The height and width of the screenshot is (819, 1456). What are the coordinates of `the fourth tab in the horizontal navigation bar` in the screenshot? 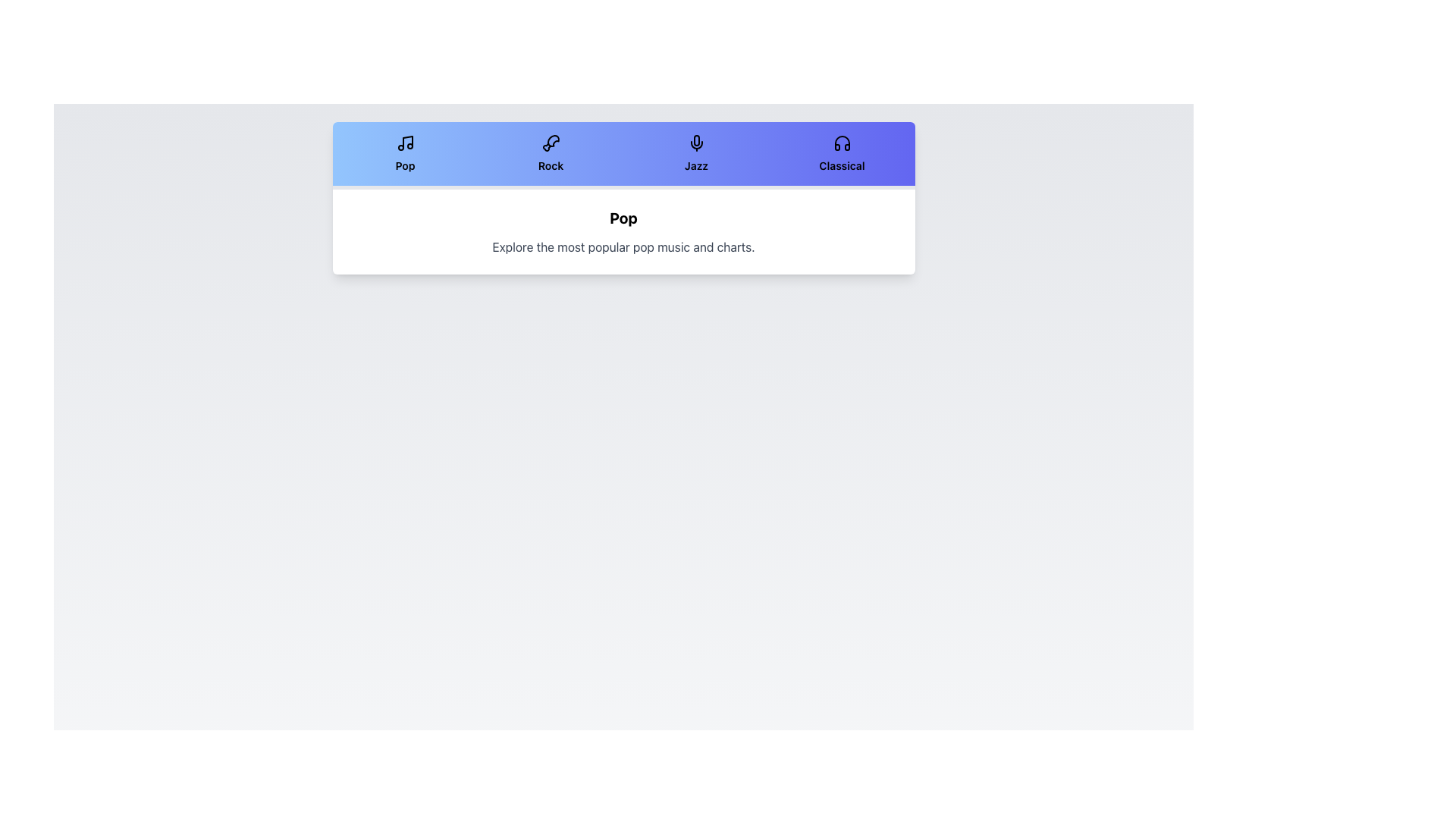 It's located at (841, 155).